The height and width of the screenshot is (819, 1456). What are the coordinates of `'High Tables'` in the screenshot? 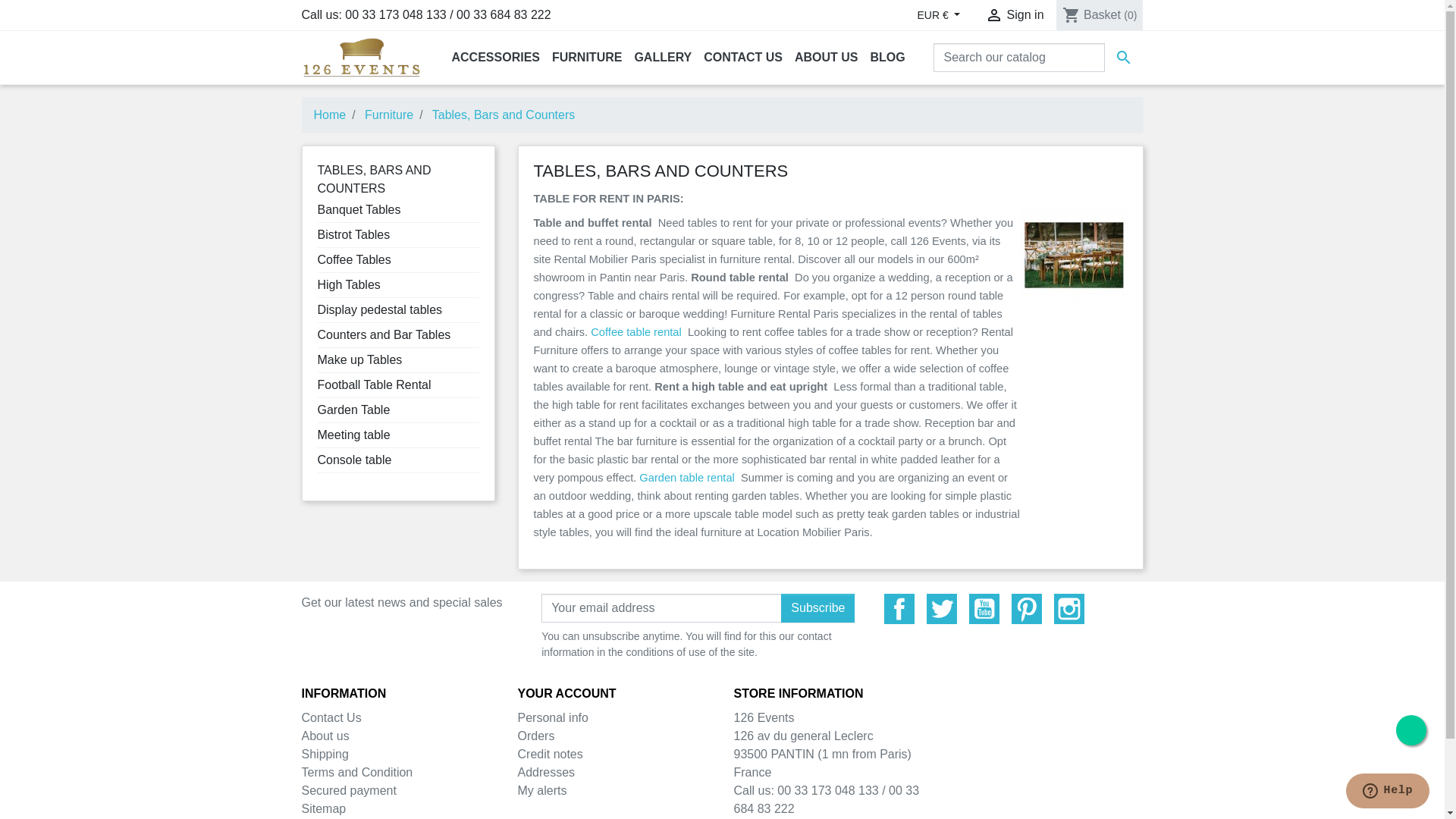 It's located at (347, 284).